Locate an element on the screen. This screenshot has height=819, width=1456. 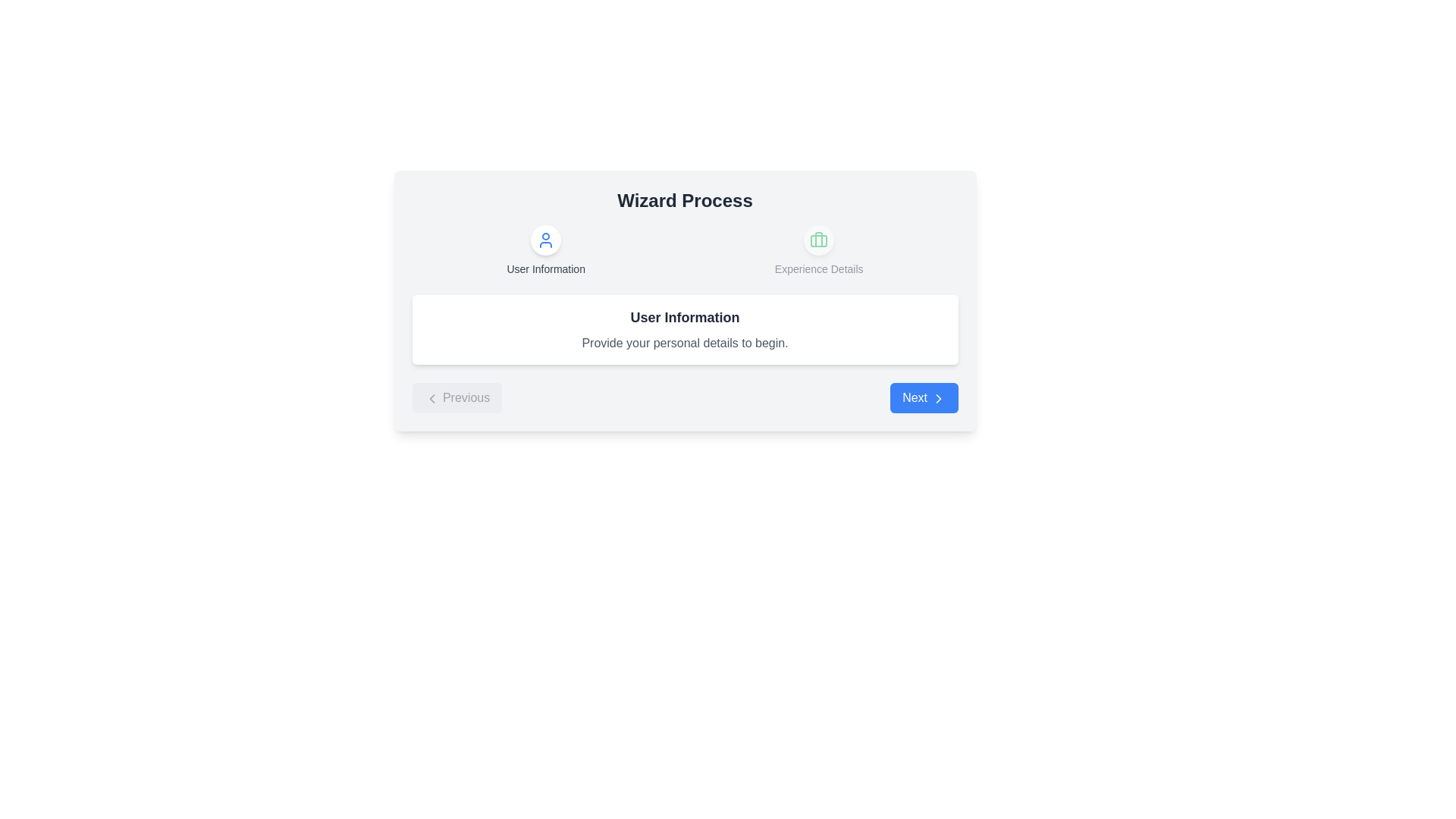
the static text label that reads 'Experience Details', which is styled in a small-sized gray font, positioned below a briefcase icon, and to the right of the 'User Information' section is located at coordinates (818, 268).